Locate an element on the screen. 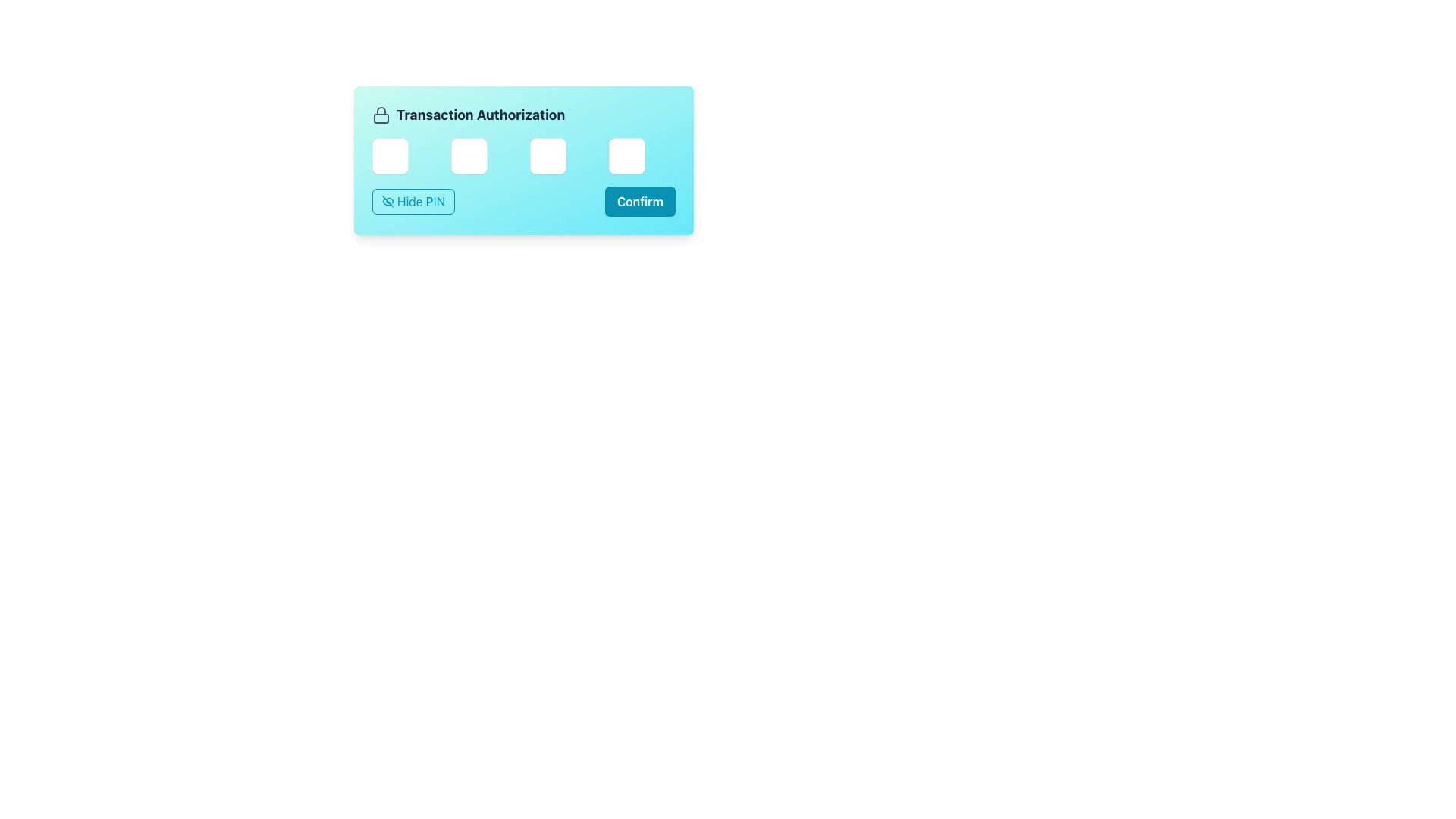  the 'Hide PIN' button which has a cyan border, rounded edges, an eye icon with a line through it, and is located below the PIN input fields in the transaction authorization interface is located at coordinates (413, 201).